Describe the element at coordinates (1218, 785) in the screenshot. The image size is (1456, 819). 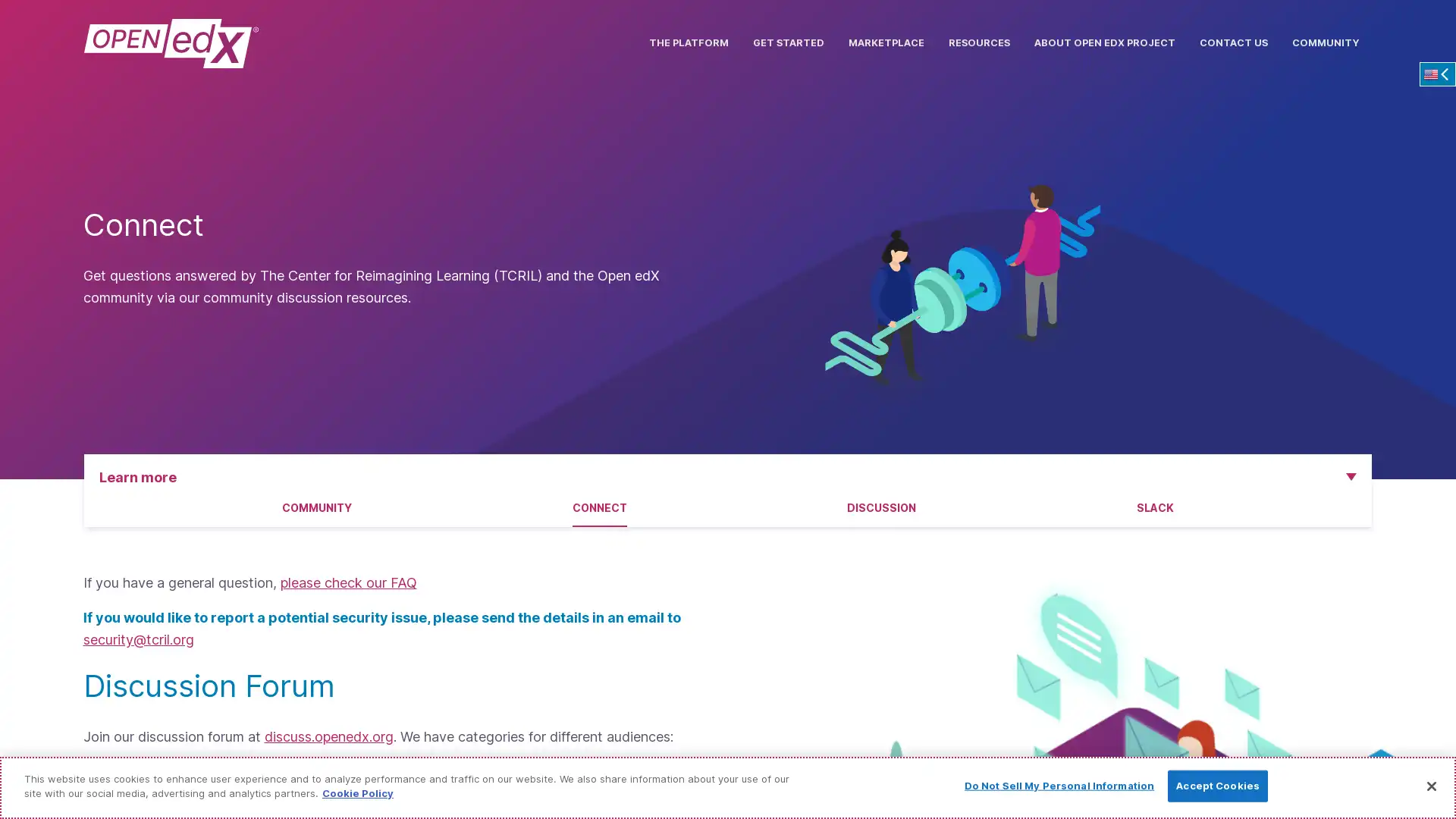
I see `Accept Cookies` at that location.